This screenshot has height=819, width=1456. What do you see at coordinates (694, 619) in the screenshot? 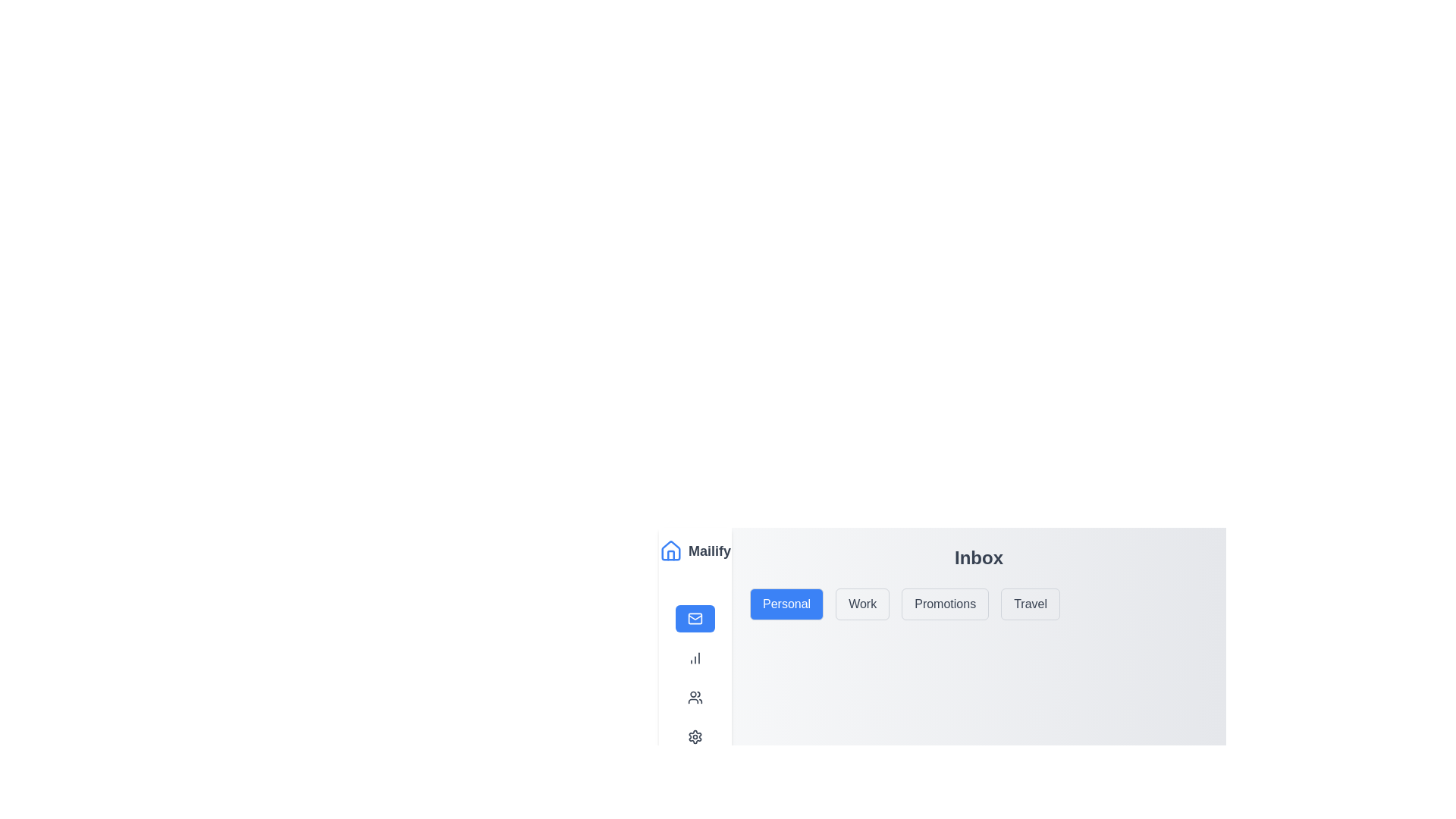
I see `the mail envelope icon located inside the blue rounded rectangle button in the left sidebar menu` at bounding box center [694, 619].